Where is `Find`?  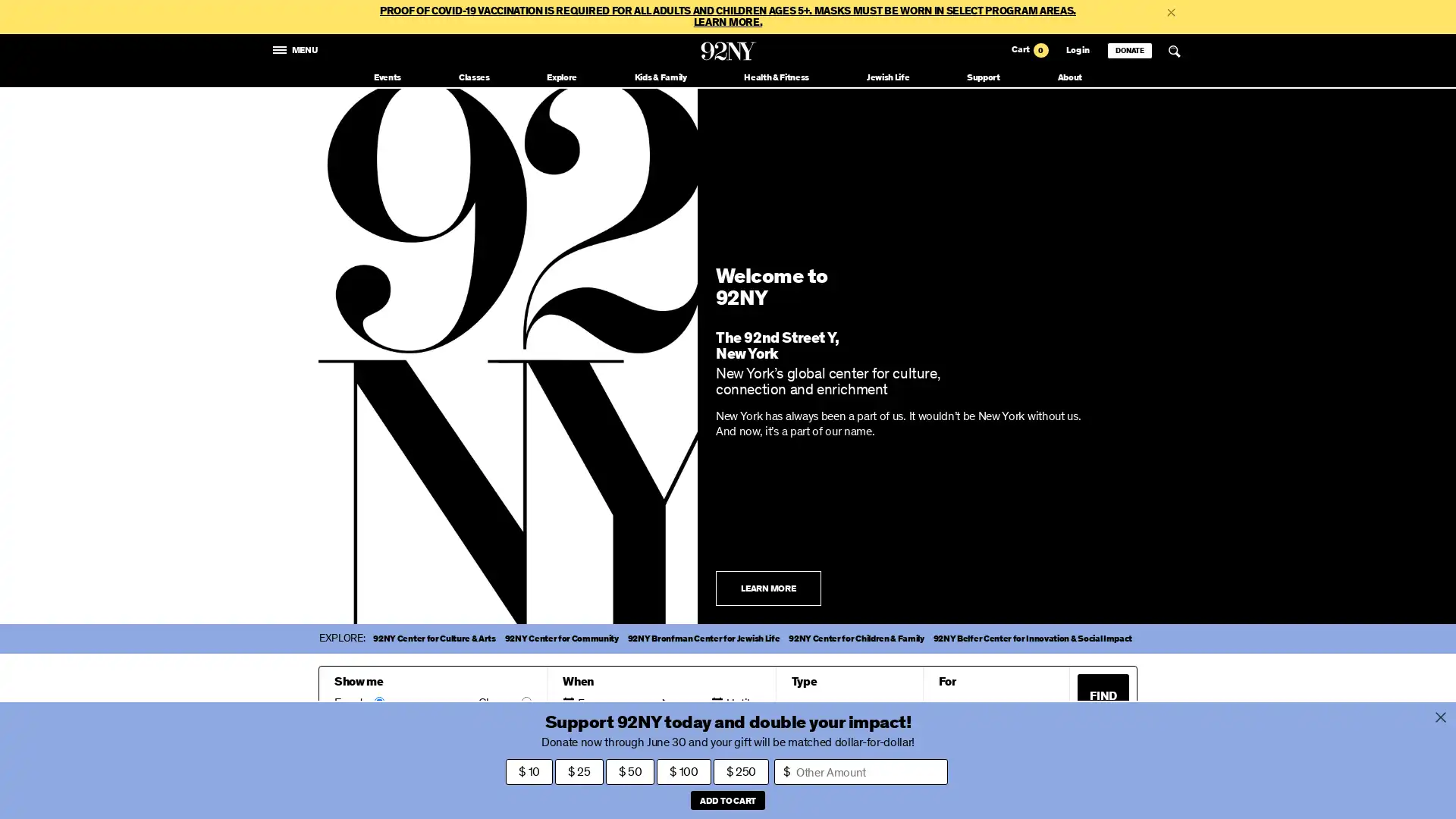
Find is located at coordinates (1103, 695).